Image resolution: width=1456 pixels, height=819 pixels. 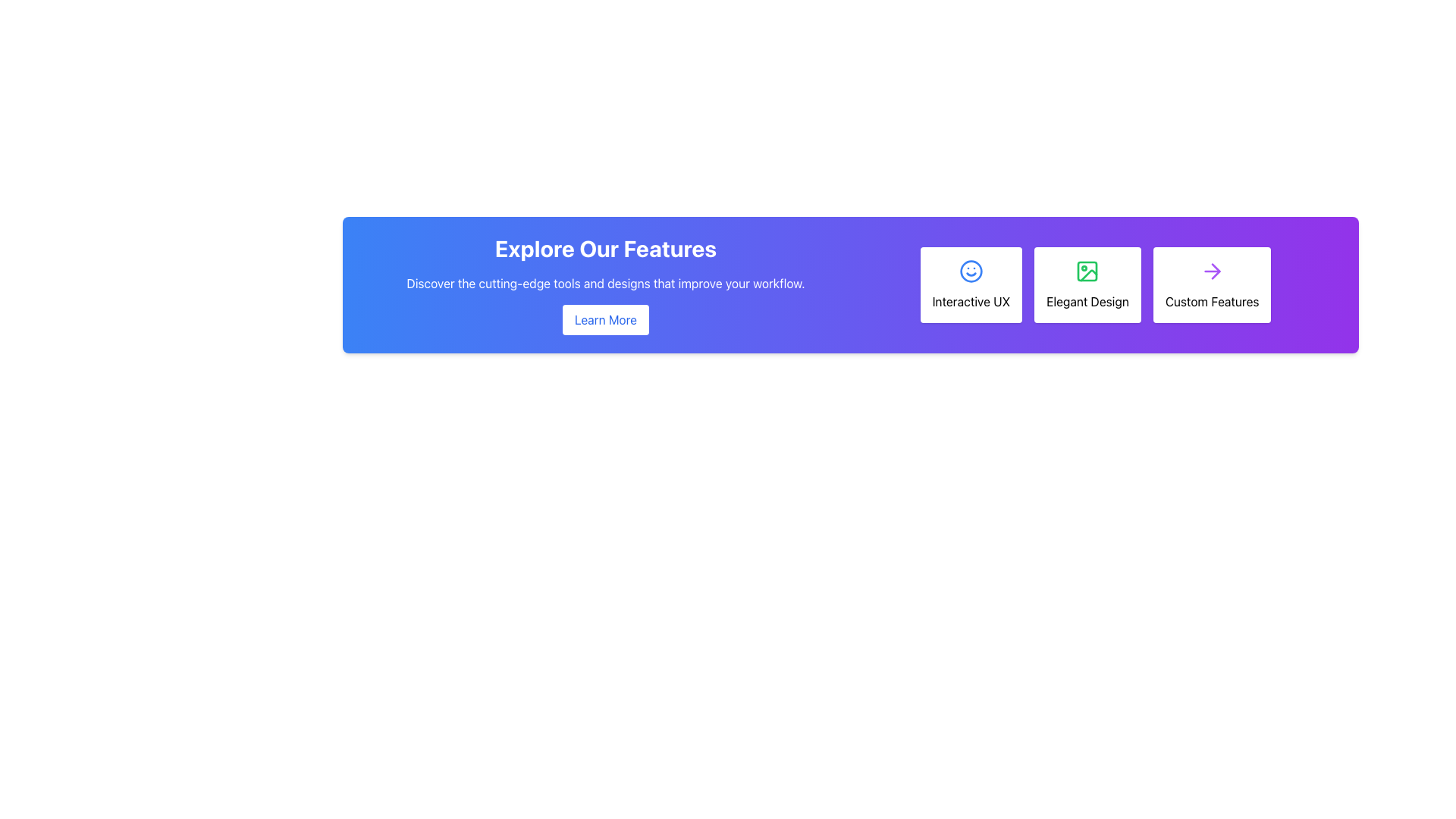 I want to click on the text label at the bottom center of the second card under the 'Explore Our Features' section, so click(x=1087, y=301).